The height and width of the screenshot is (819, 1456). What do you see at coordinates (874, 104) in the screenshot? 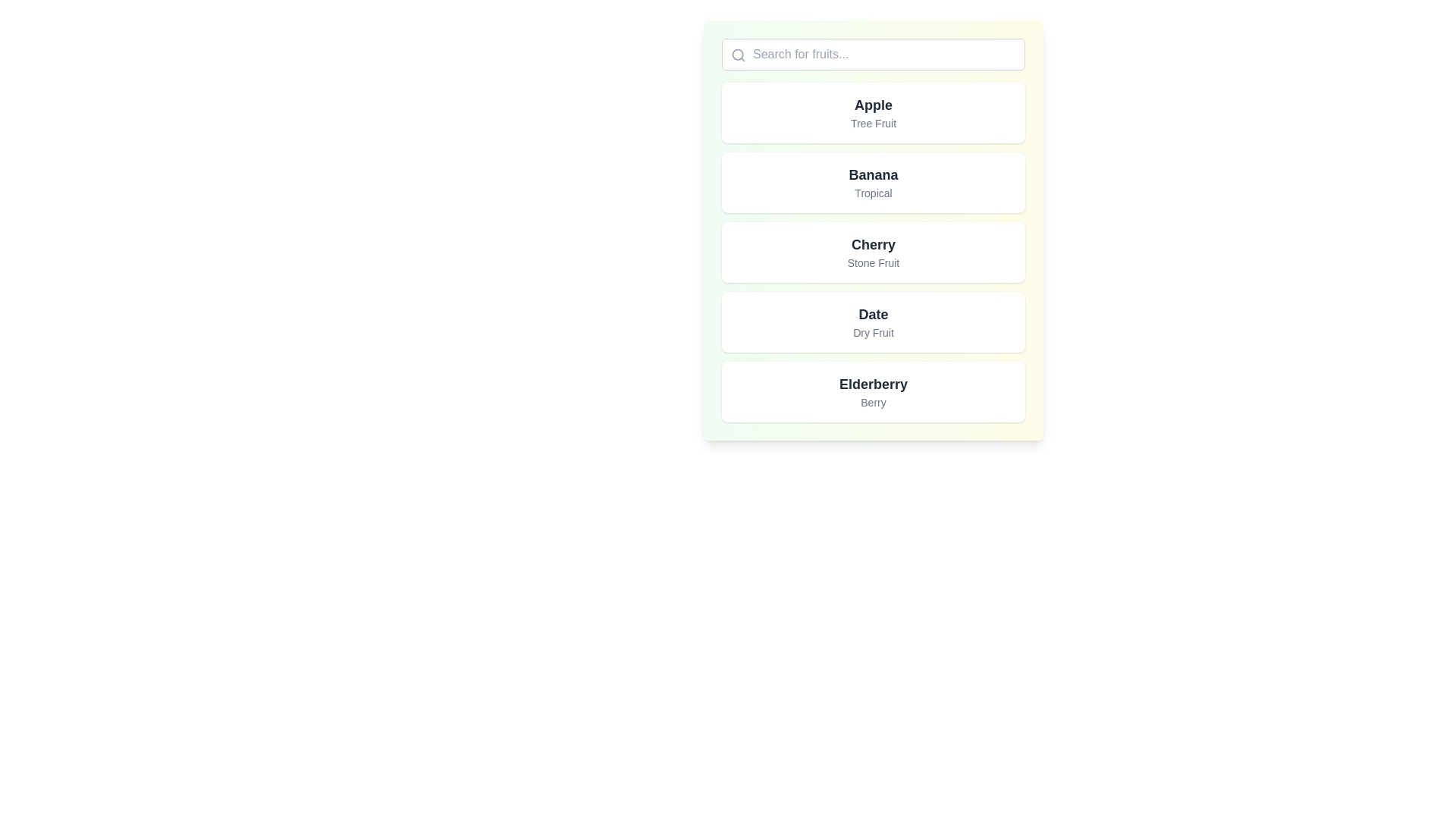
I see `the text label displaying 'Apple', which is in bold and dark gray, positioned in the top list item of a vertical list of fruit names` at bounding box center [874, 104].